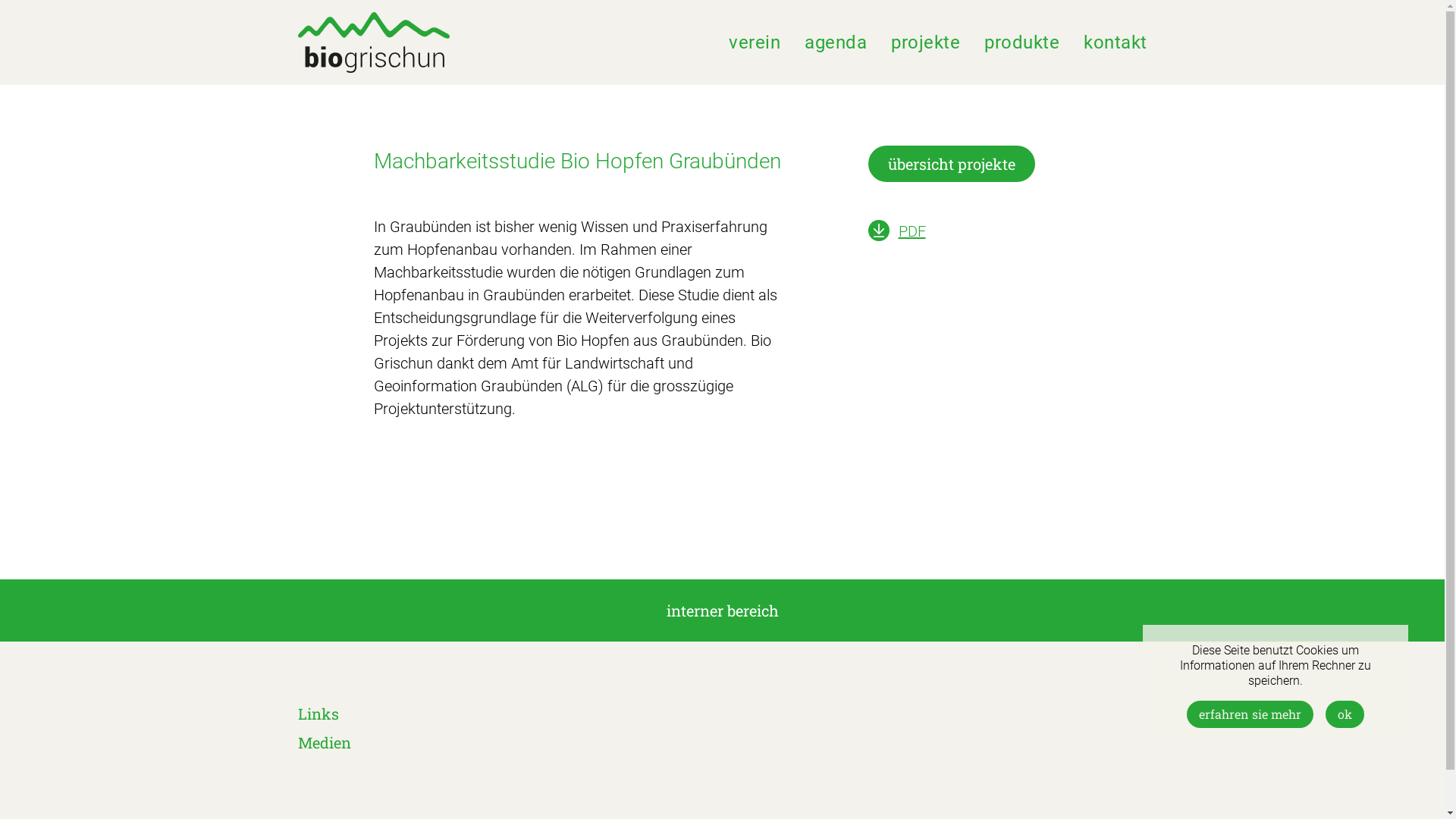  What do you see at coordinates (754, 42) in the screenshot?
I see `'verein'` at bounding box center [754, 42].